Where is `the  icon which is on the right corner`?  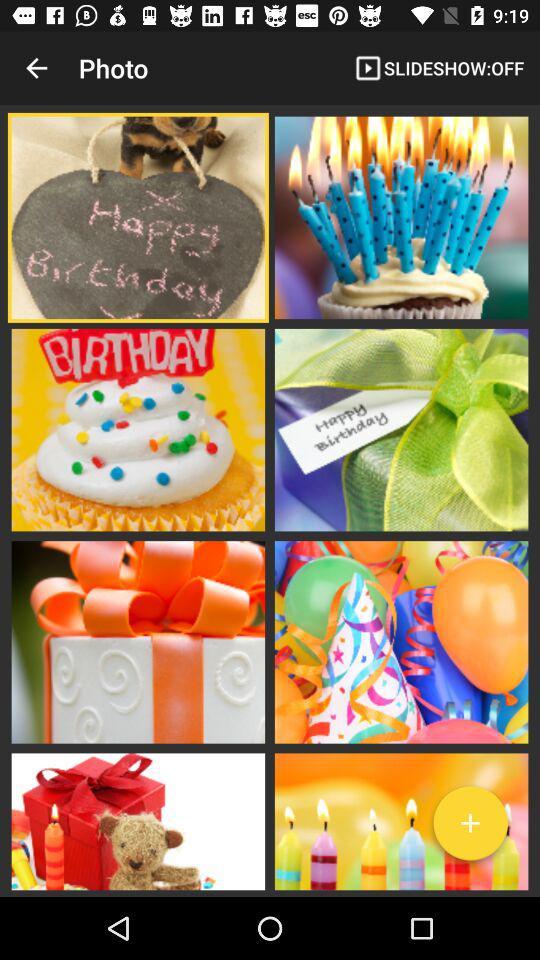 the  icon which is on the right corner is located at coordinates (470, 827).